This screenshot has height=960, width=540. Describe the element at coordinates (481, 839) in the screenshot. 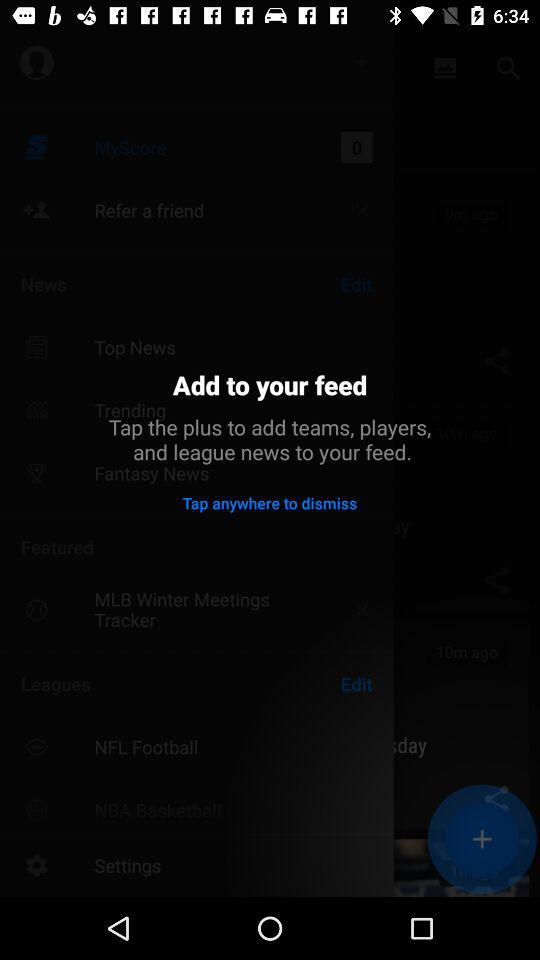

I see `the symbol in the blue color circle at the bottom right corner of the page` at that location.